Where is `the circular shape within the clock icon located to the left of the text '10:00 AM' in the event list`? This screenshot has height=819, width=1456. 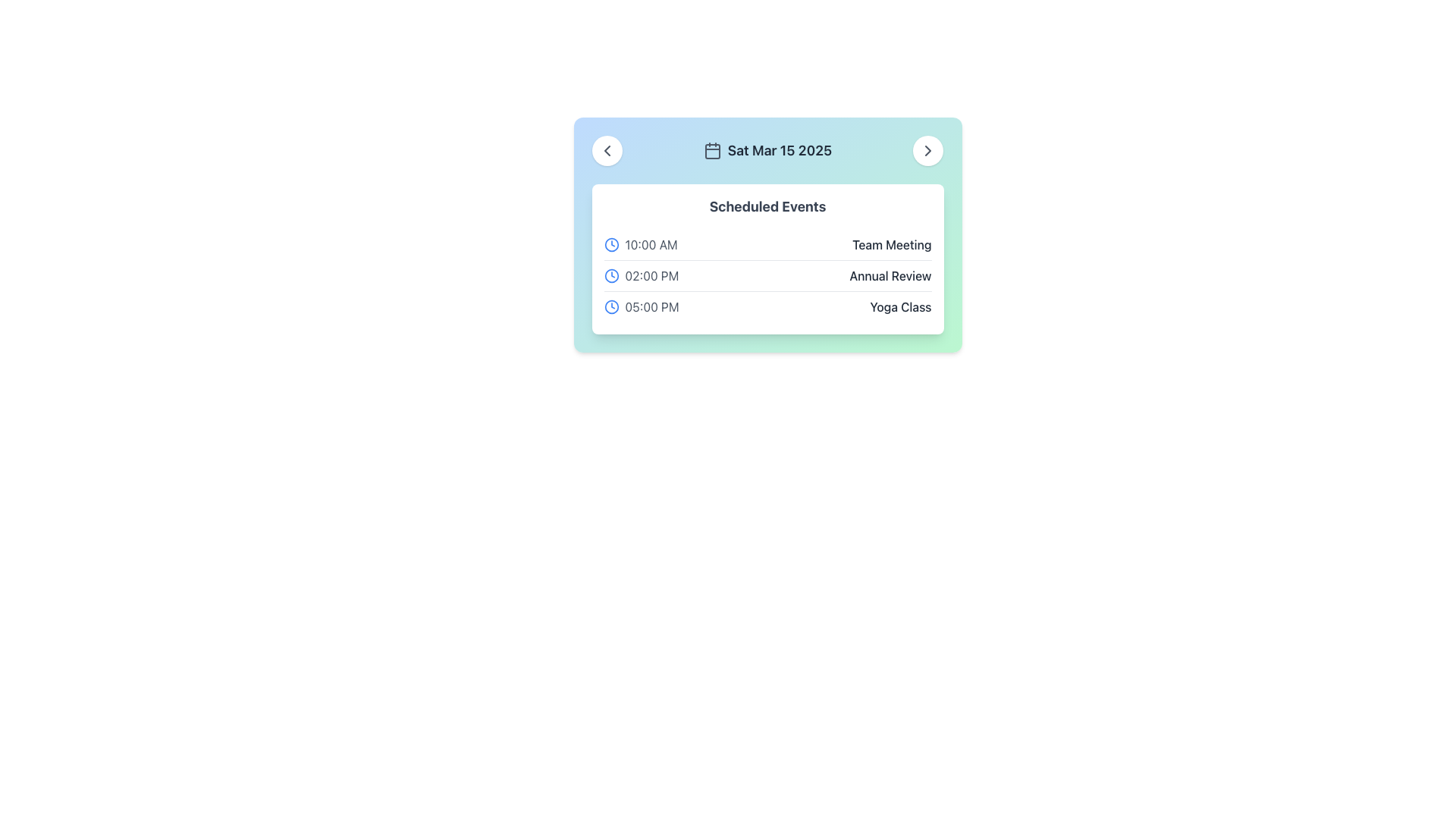 the circular shape within the clock icon located to the left of the text '10:00 AM' in the event list is located at coordinates (611, 244).